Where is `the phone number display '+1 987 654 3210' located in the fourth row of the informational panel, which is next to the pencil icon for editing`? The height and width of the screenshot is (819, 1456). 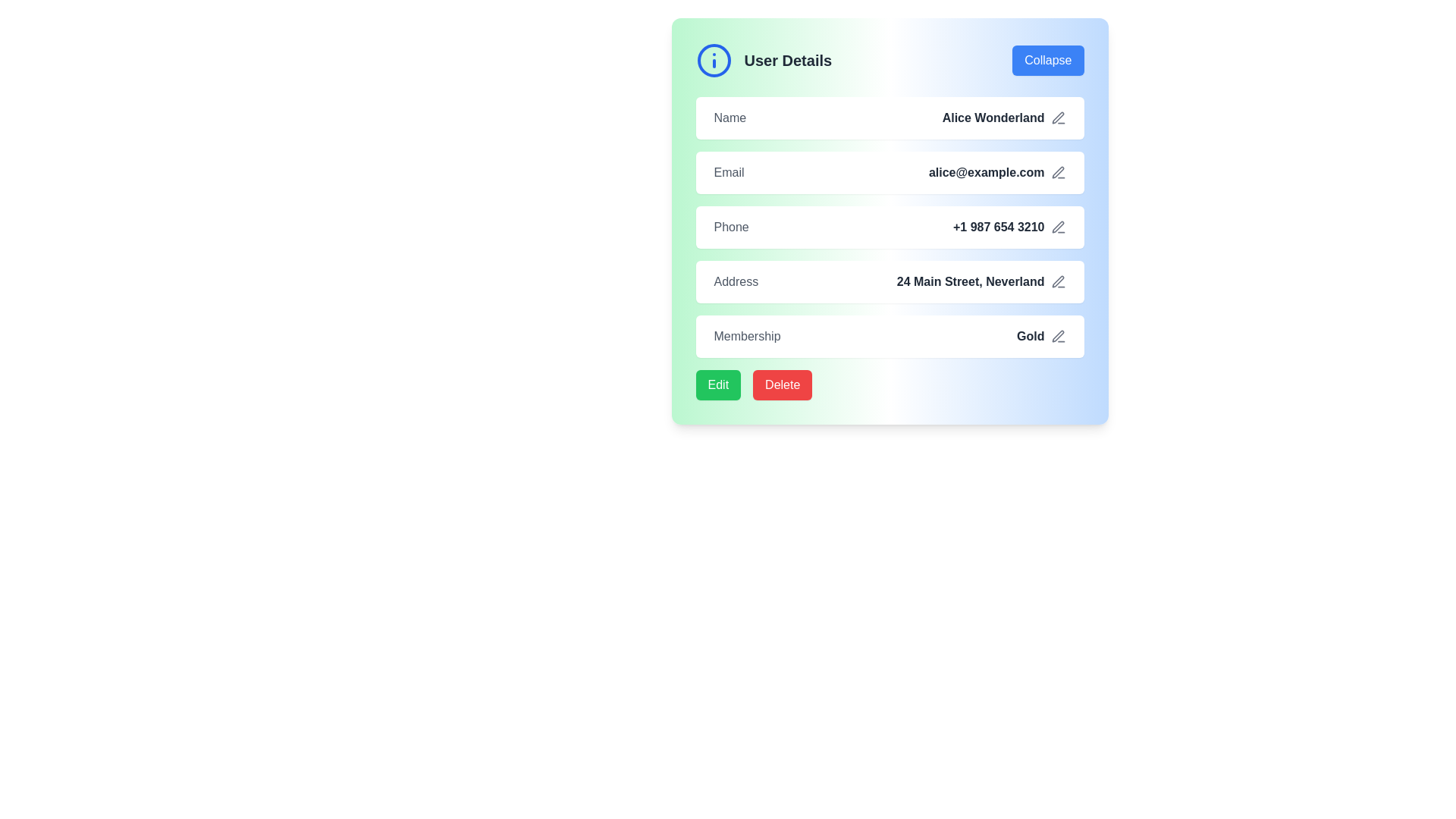 the phone number display '+1 987 654 3210' located in the fourth row of the informational panel, which is next to the pencil icon for editing is located at coordinates (1009, 227).